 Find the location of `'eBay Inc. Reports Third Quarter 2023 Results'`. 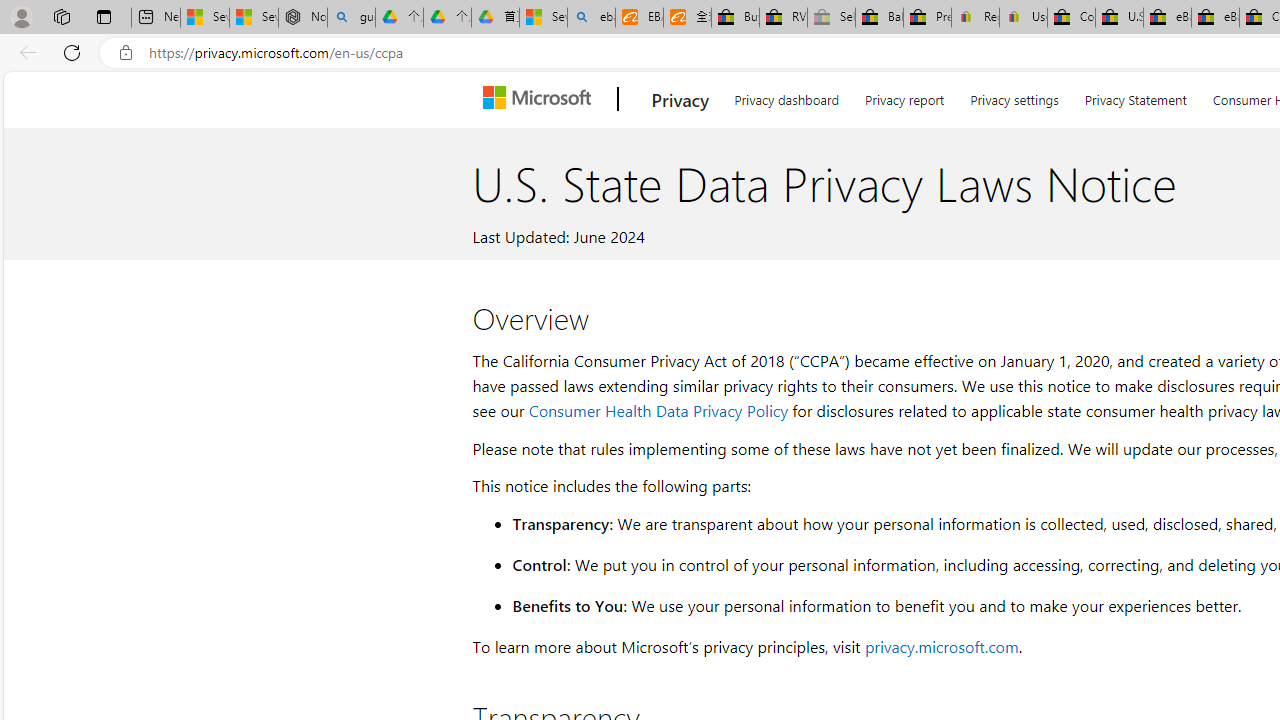

'eBay Inc. Reports Third Quarter 2023 Results' is located at coordinates (1214, 17).